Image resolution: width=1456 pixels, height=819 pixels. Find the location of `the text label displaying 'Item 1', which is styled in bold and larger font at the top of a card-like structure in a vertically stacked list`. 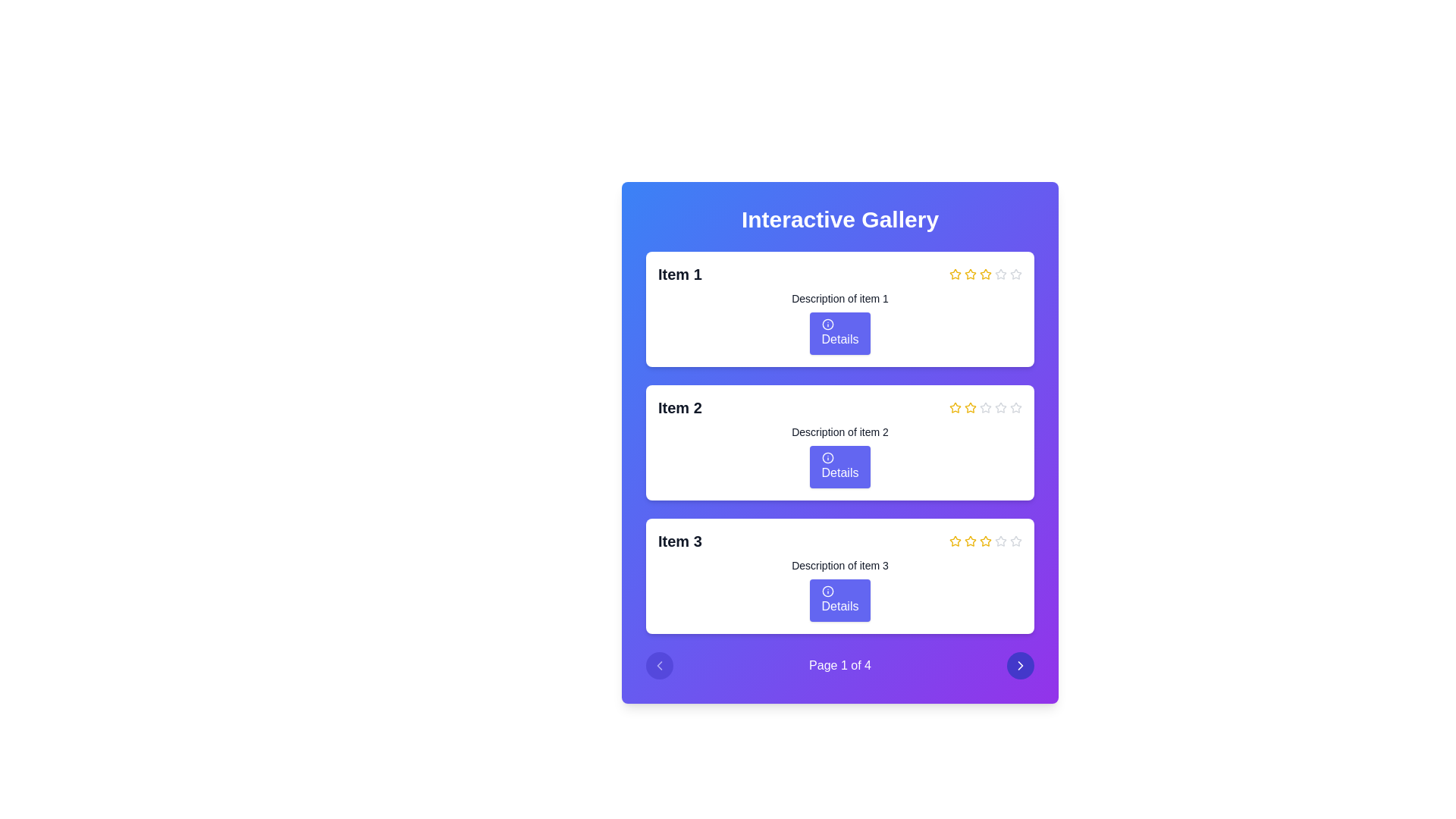

the text label displaying 'Item 1', which is styled in bold and larger font at the top of a card-like structure in a vertically stacked list is located at coordinates (679, 275).